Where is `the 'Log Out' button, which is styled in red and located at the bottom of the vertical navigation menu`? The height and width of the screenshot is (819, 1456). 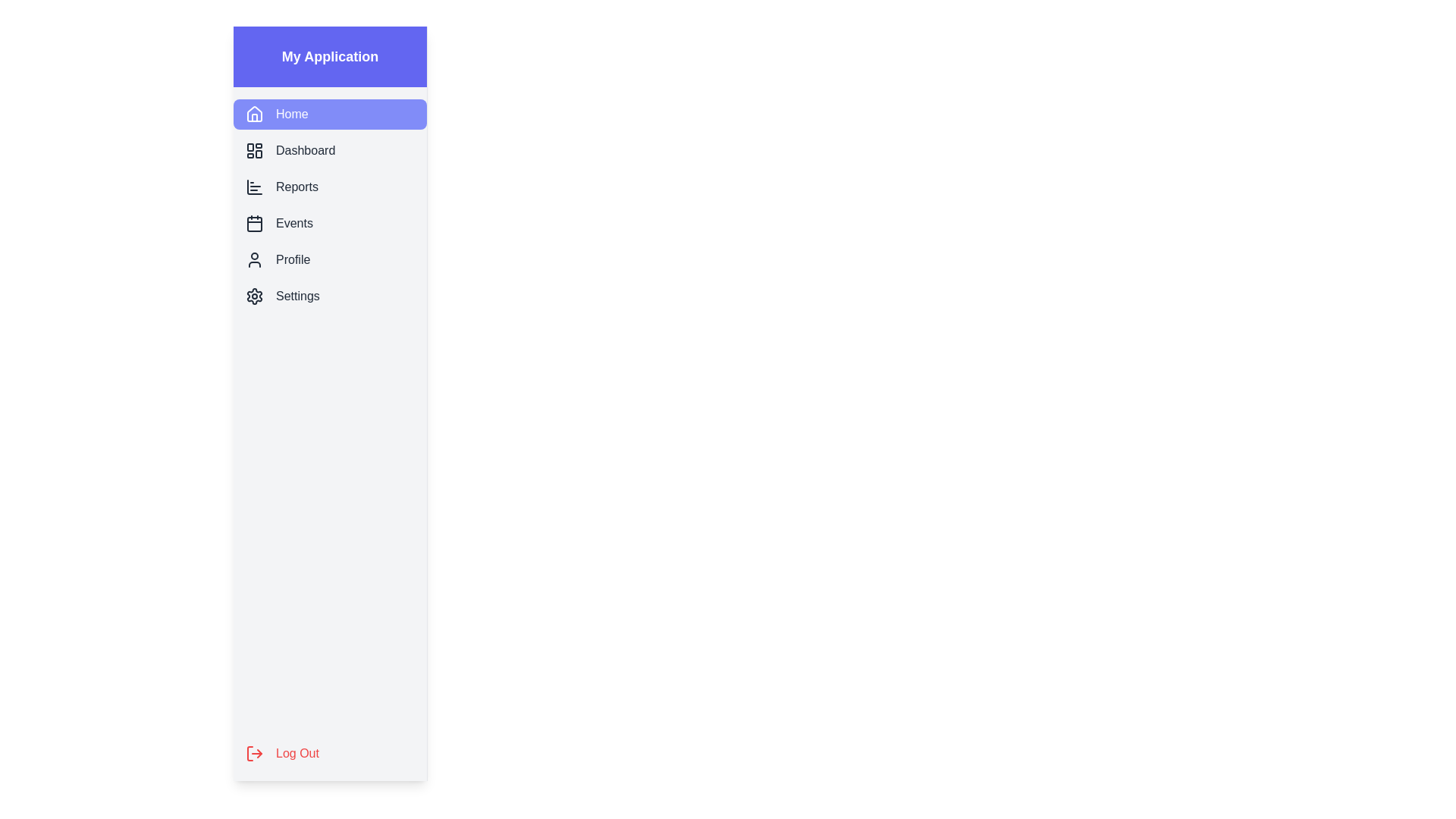
the 'Log Out' button, which is styled in red and located at the bottom of the vertical navigation menu is located at coordinates (329, 754).